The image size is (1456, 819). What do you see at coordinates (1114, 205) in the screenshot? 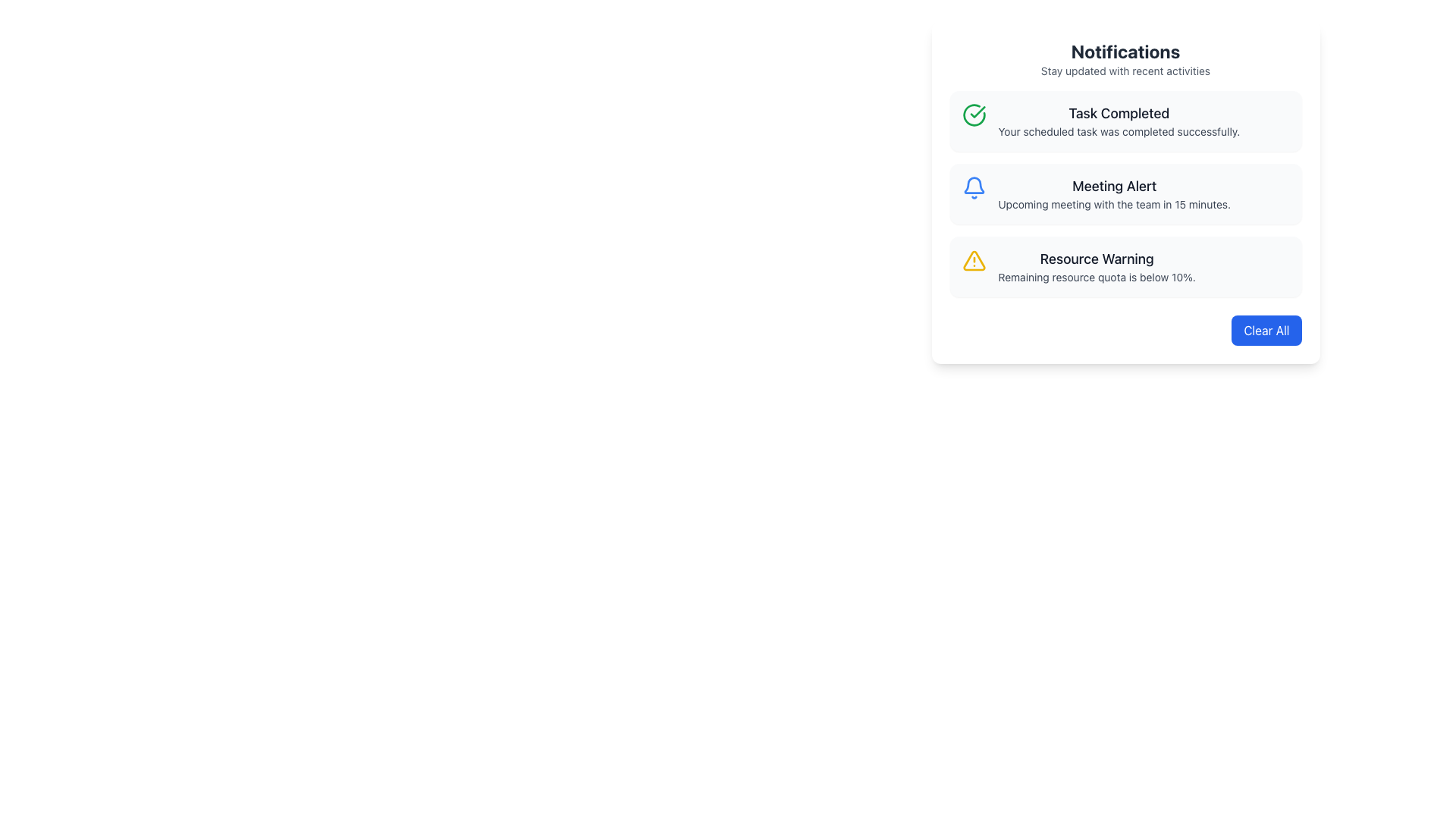
I see `text from the small gray text label that states 'Upcoming meeting with the team in 15 minutes.' located below the title of the 'Meeting Alert' notification card` at bounding box center [1114, 205].